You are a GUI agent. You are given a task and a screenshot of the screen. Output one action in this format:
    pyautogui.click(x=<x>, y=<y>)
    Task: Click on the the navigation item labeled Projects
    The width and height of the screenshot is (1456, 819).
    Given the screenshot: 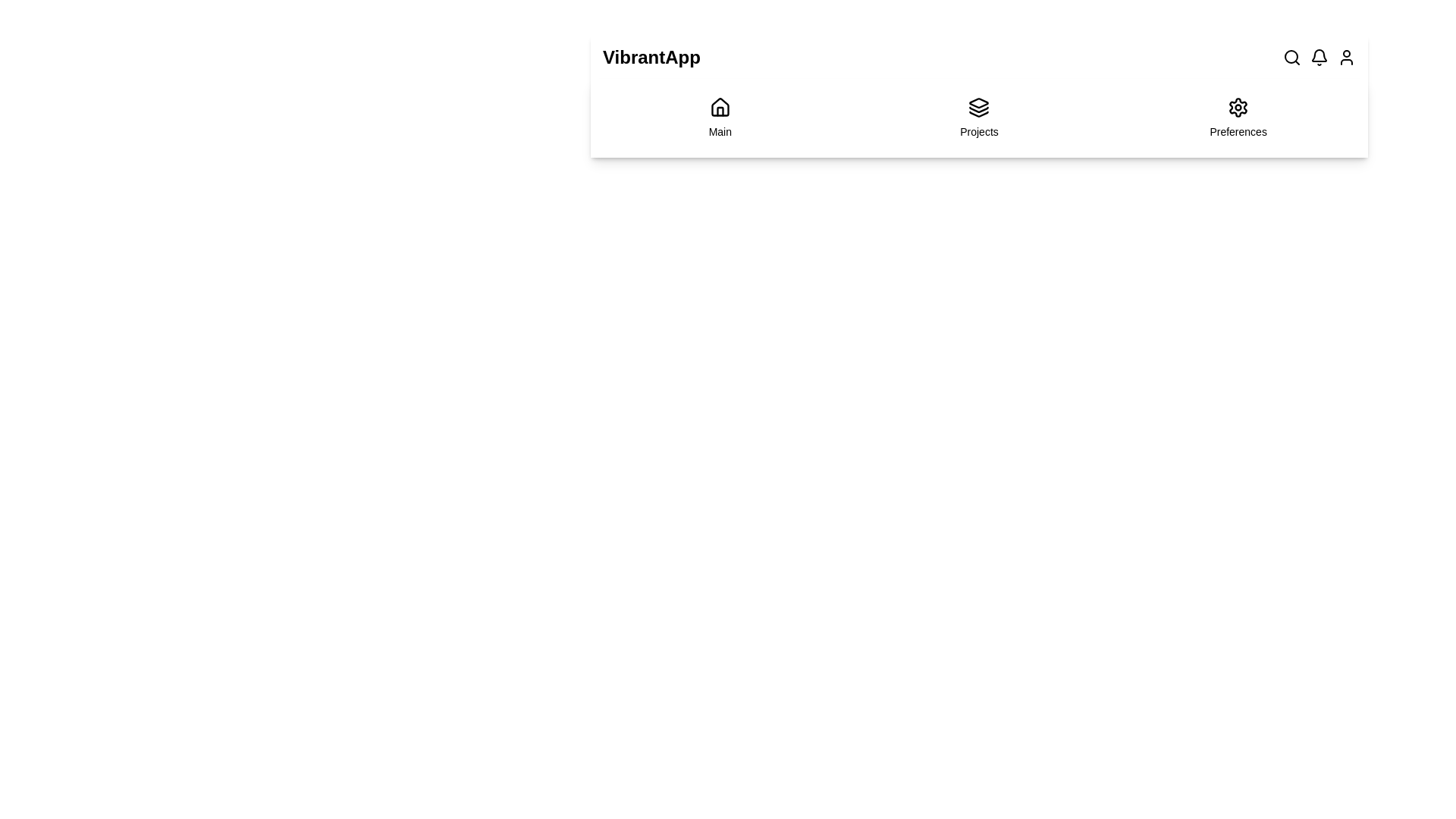 What is the action you would take?
    pyautogui.click(x=979, y=117)
    